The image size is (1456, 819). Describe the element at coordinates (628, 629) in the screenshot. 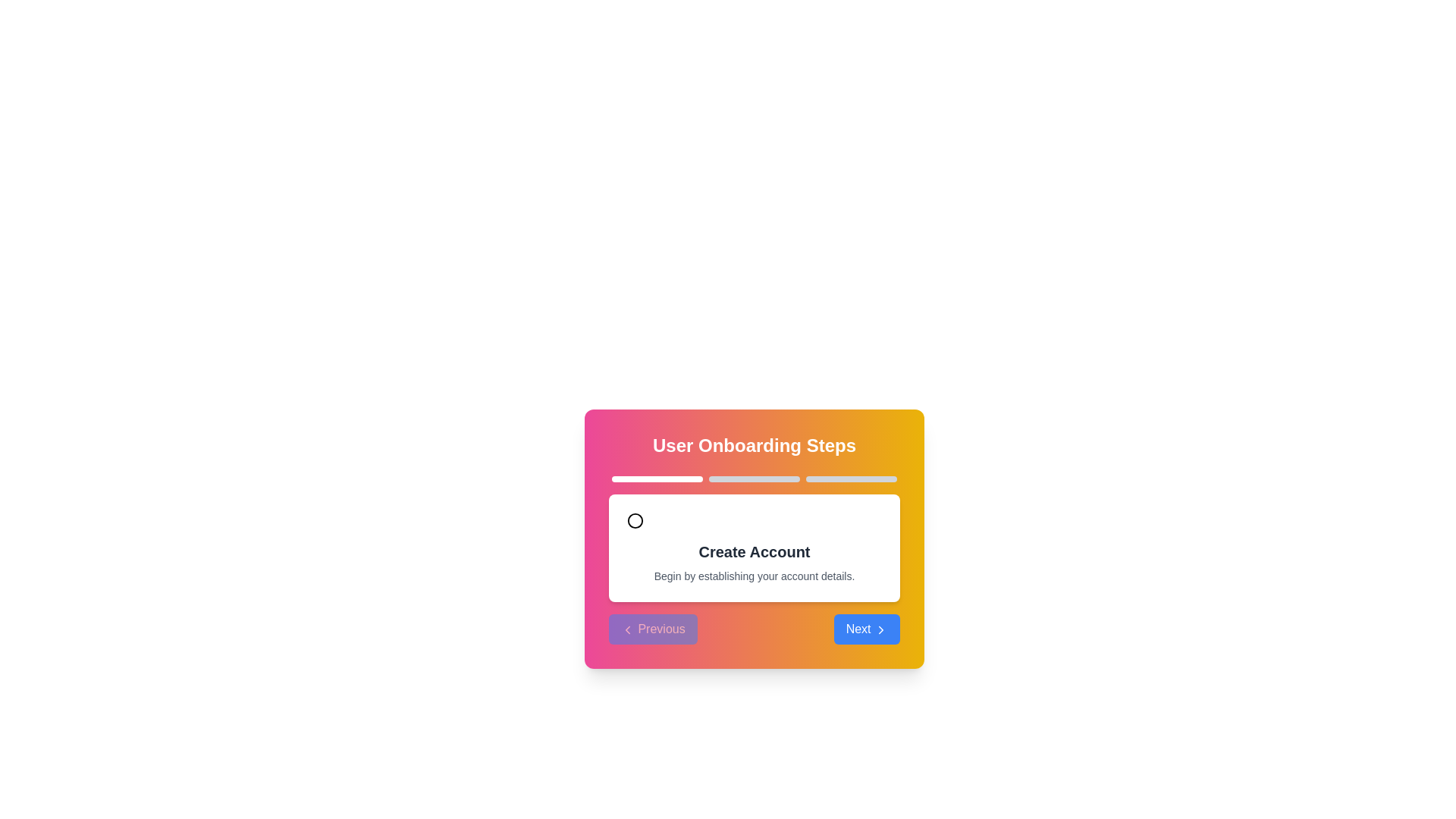

I see `the design and location of the back icon, which is a visual indicator for navigating to a previous step, located to the left within the 'Previous' button at the bottom left corner of the UI` at that location.